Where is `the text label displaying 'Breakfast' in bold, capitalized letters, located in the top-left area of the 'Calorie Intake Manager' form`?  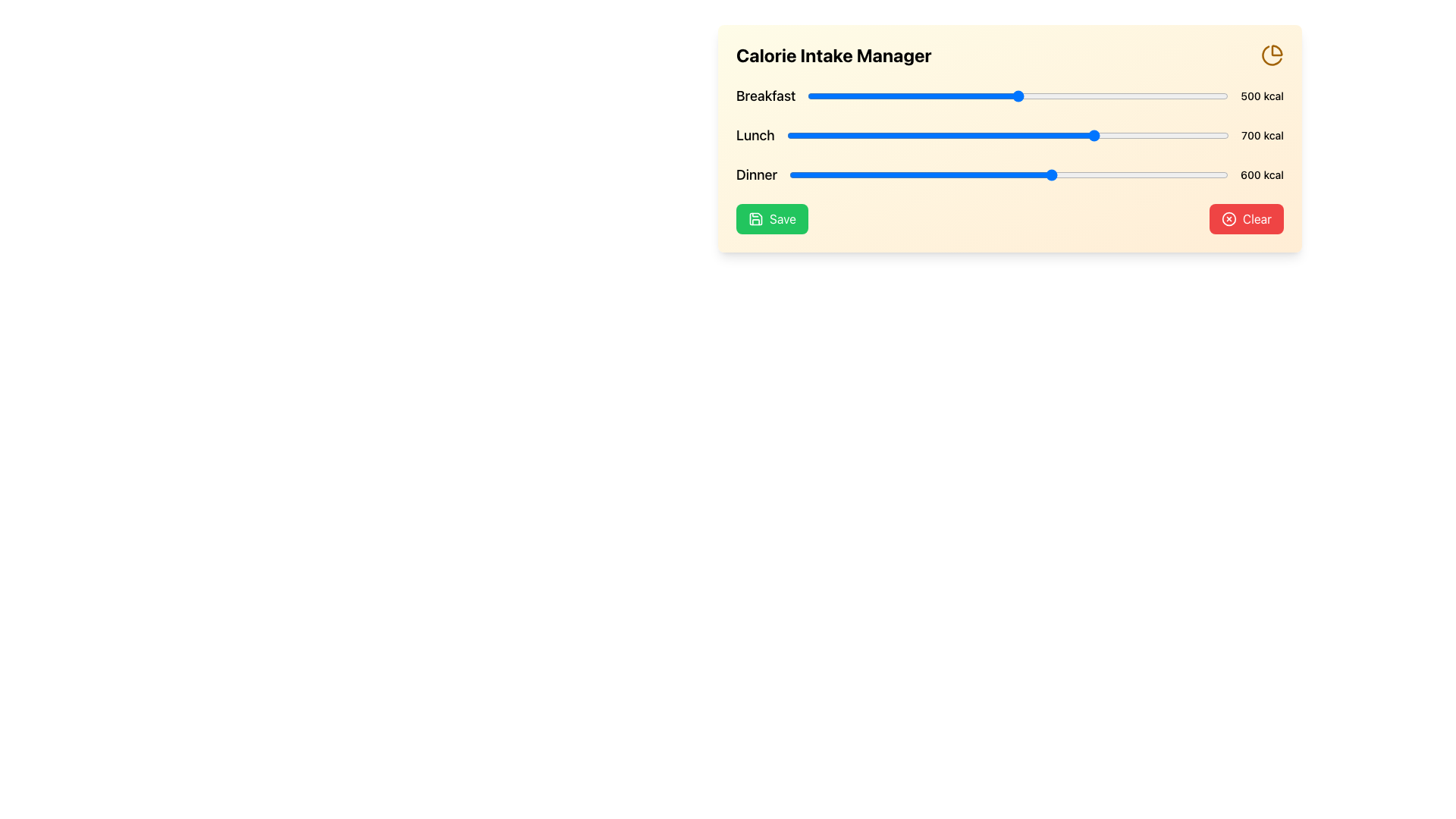 the text label displaying 'Breakfast' in bold, capitalized letters, located in the top-left area of the 'Calorie Intake Manager' form is located at coordinates (766, 96).